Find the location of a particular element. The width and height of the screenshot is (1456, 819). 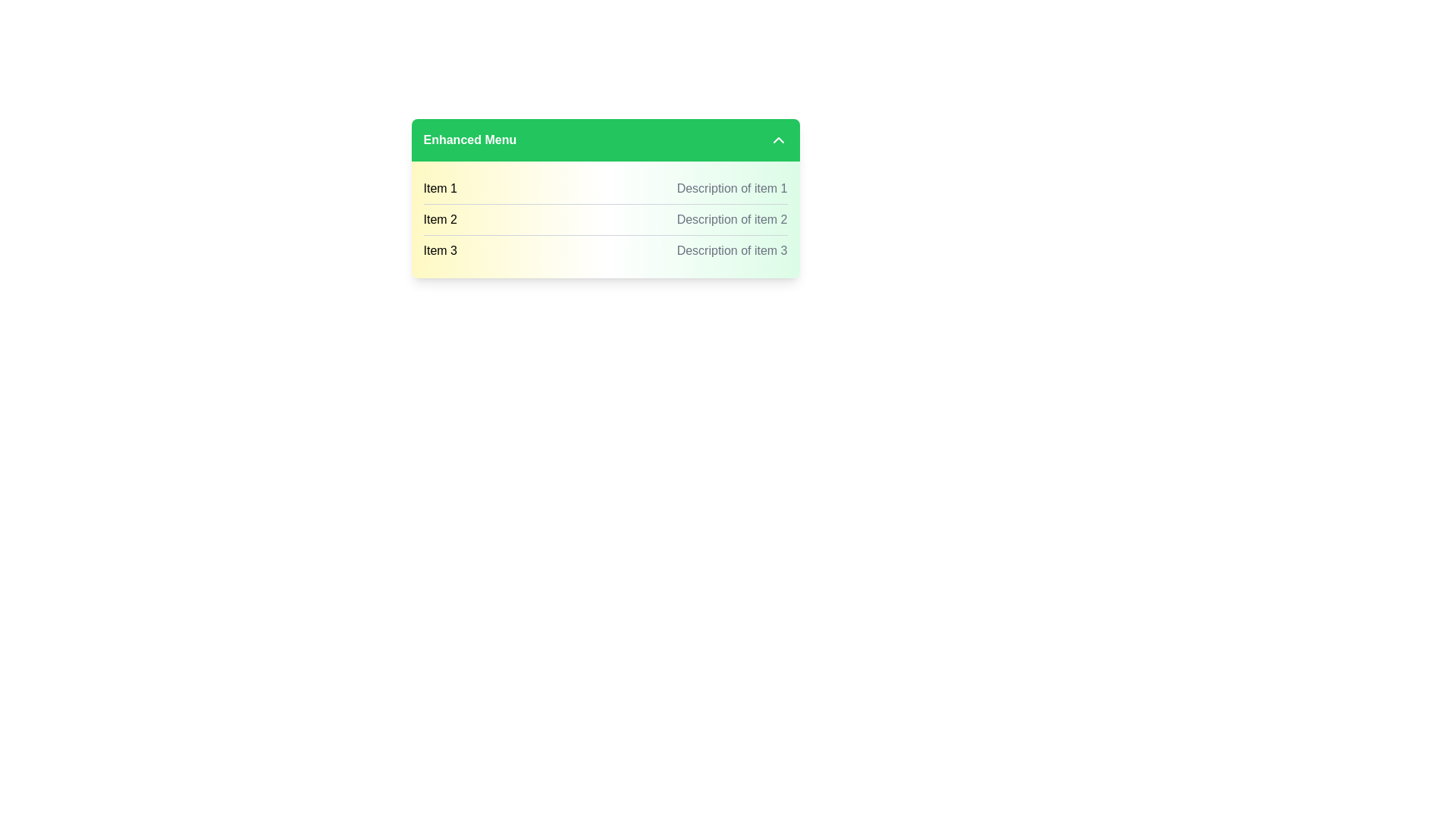

the text element that provides additional contextual information about the associated item in the list, located immediately to the right of the 'Item 1' label within the first row of a list is located at coordinates (732, 188).